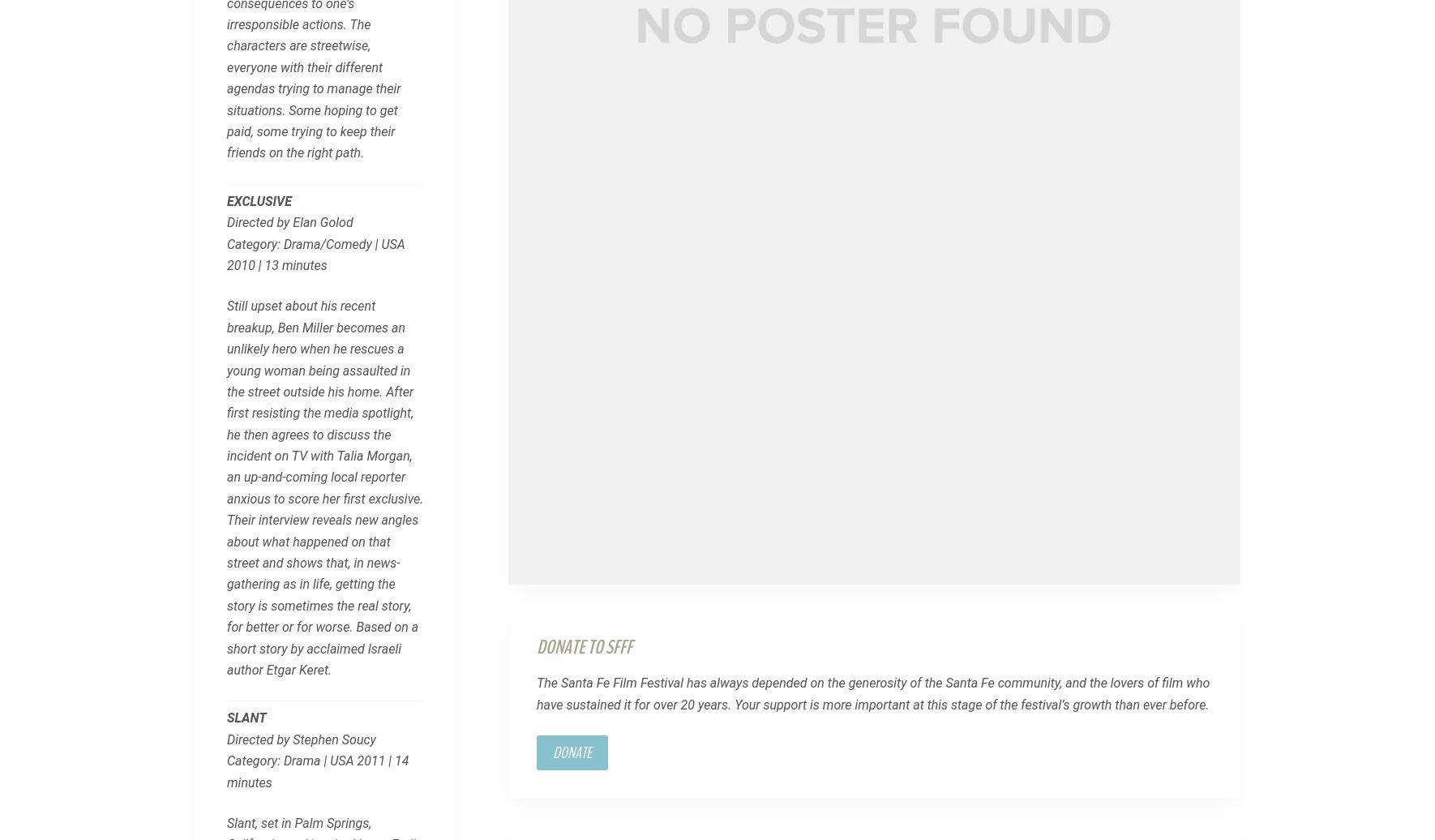 The height and width of the screenshot is (840, 1435). Describe the element at coordinates (555, 627) in the screenshot. I see `'Sponsorship Packages'` at that location.